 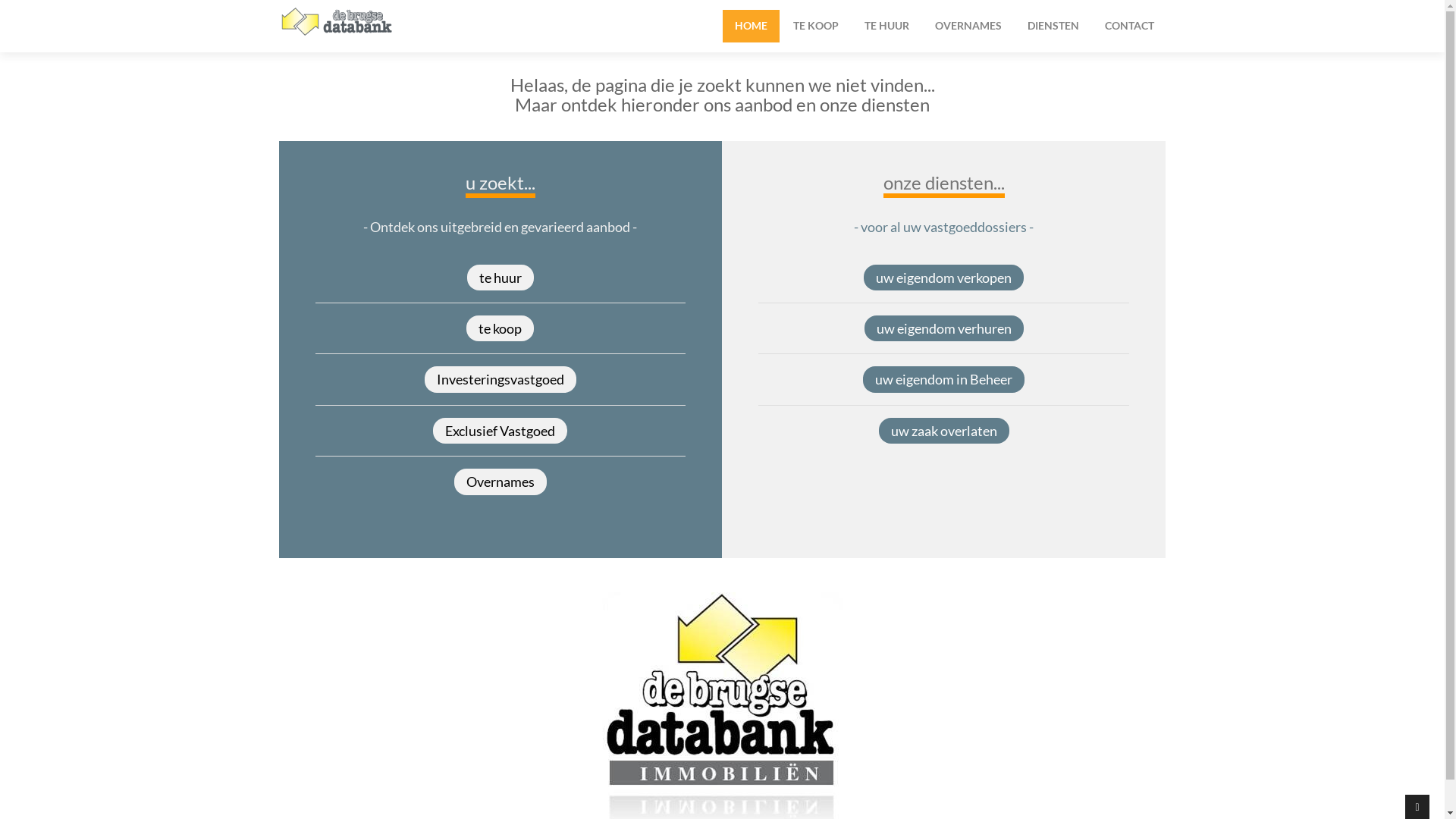 What do you see at coordinates (500, 430) in the screenshot?
I see `'Exclusief Vastgoed'` at bounding box center [500, 430].